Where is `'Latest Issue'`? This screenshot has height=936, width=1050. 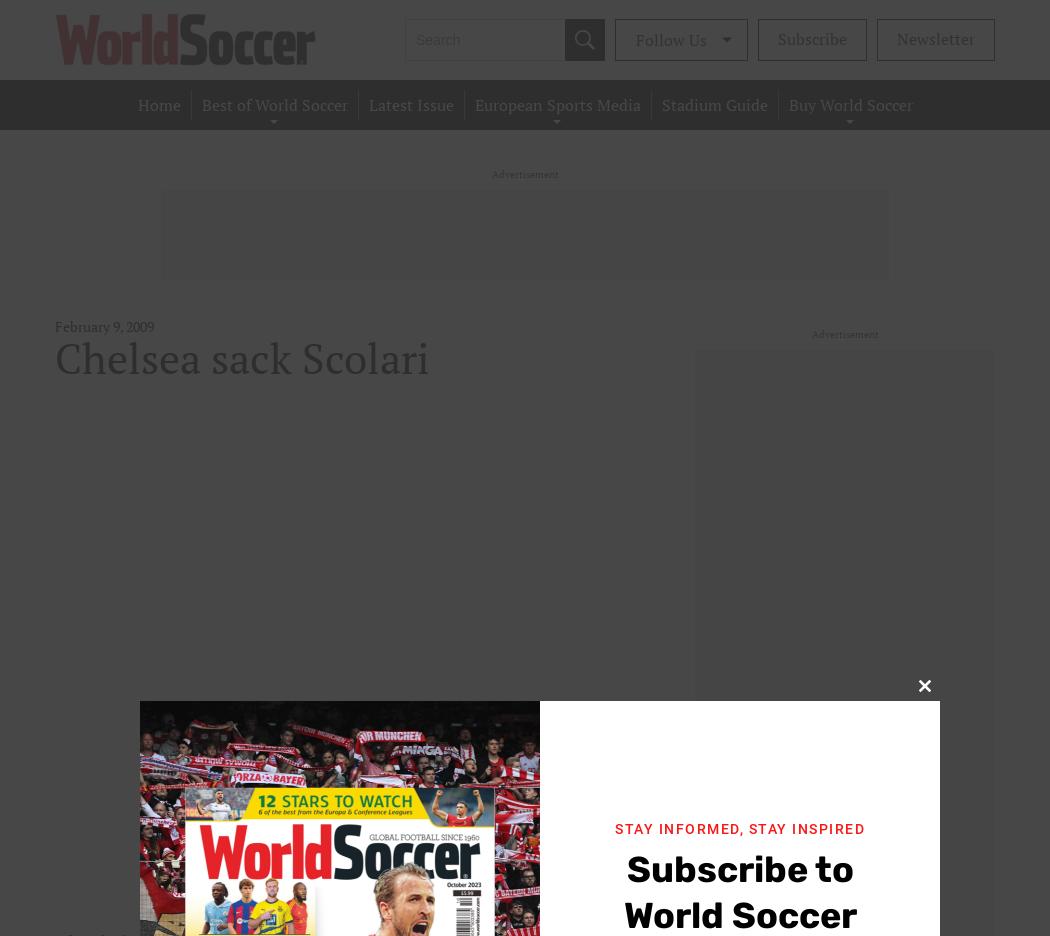 'Latest Issue' is located at coordinates (410, 104).